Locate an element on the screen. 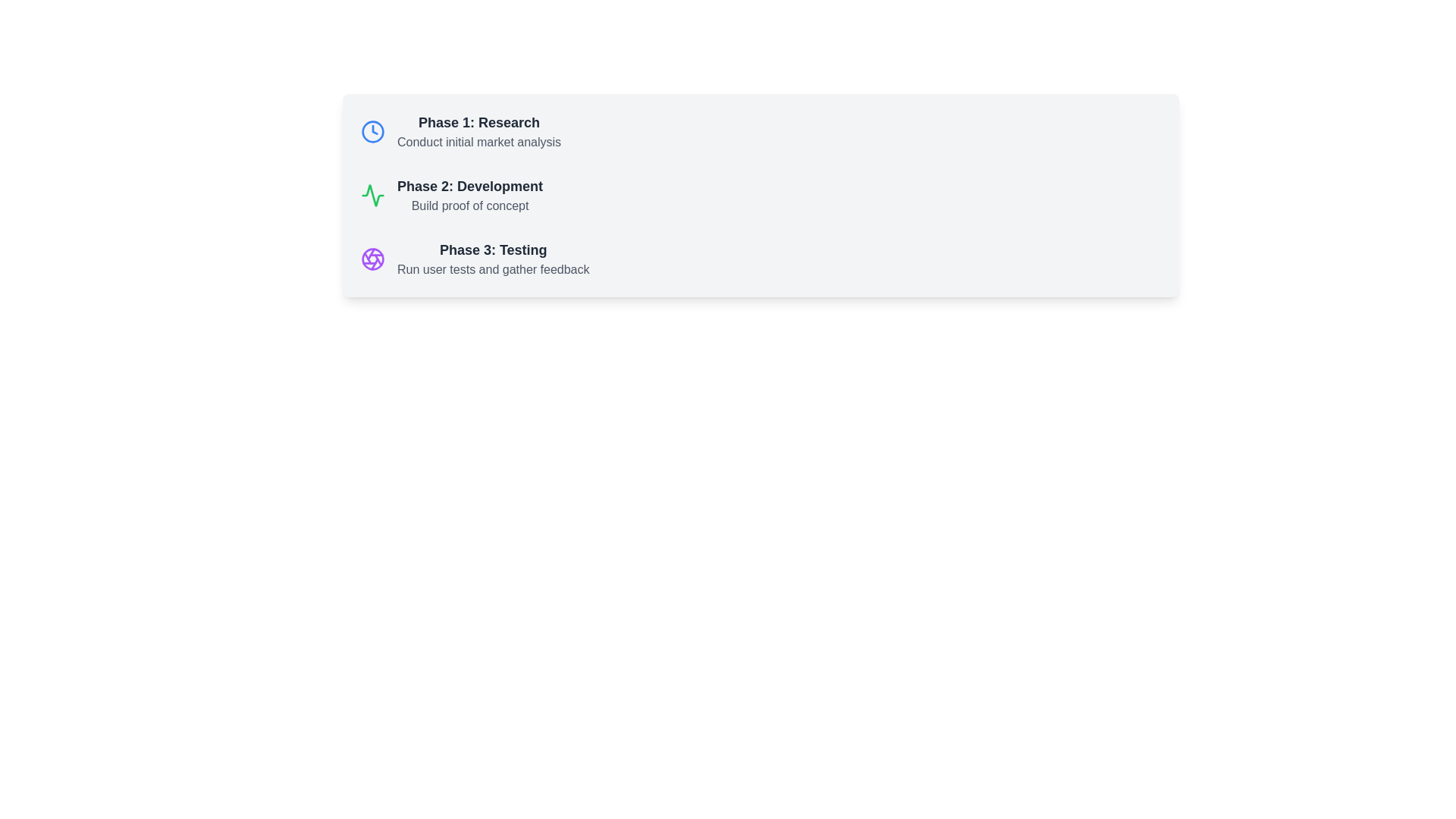 This screenshot has width=1456, height=819. the blue circular outline representing the clock face in the 'Phase 1: Research' section, which is part of a vertical list of phases is located at coordinates (372, 130).